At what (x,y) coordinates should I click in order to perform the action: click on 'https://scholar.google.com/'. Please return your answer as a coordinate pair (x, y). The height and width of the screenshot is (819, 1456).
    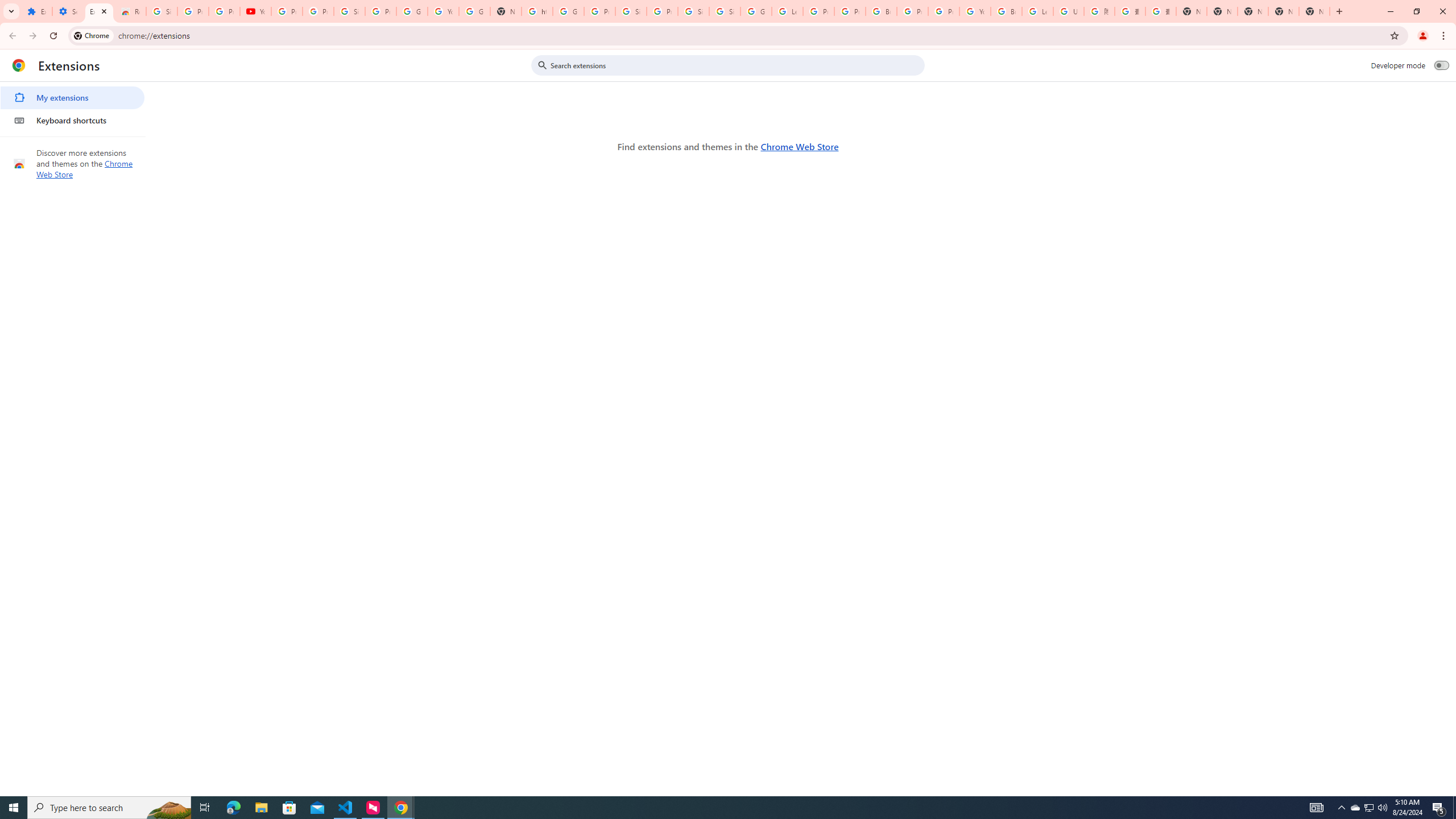
    Looking at the image, I should click on (536, 11).